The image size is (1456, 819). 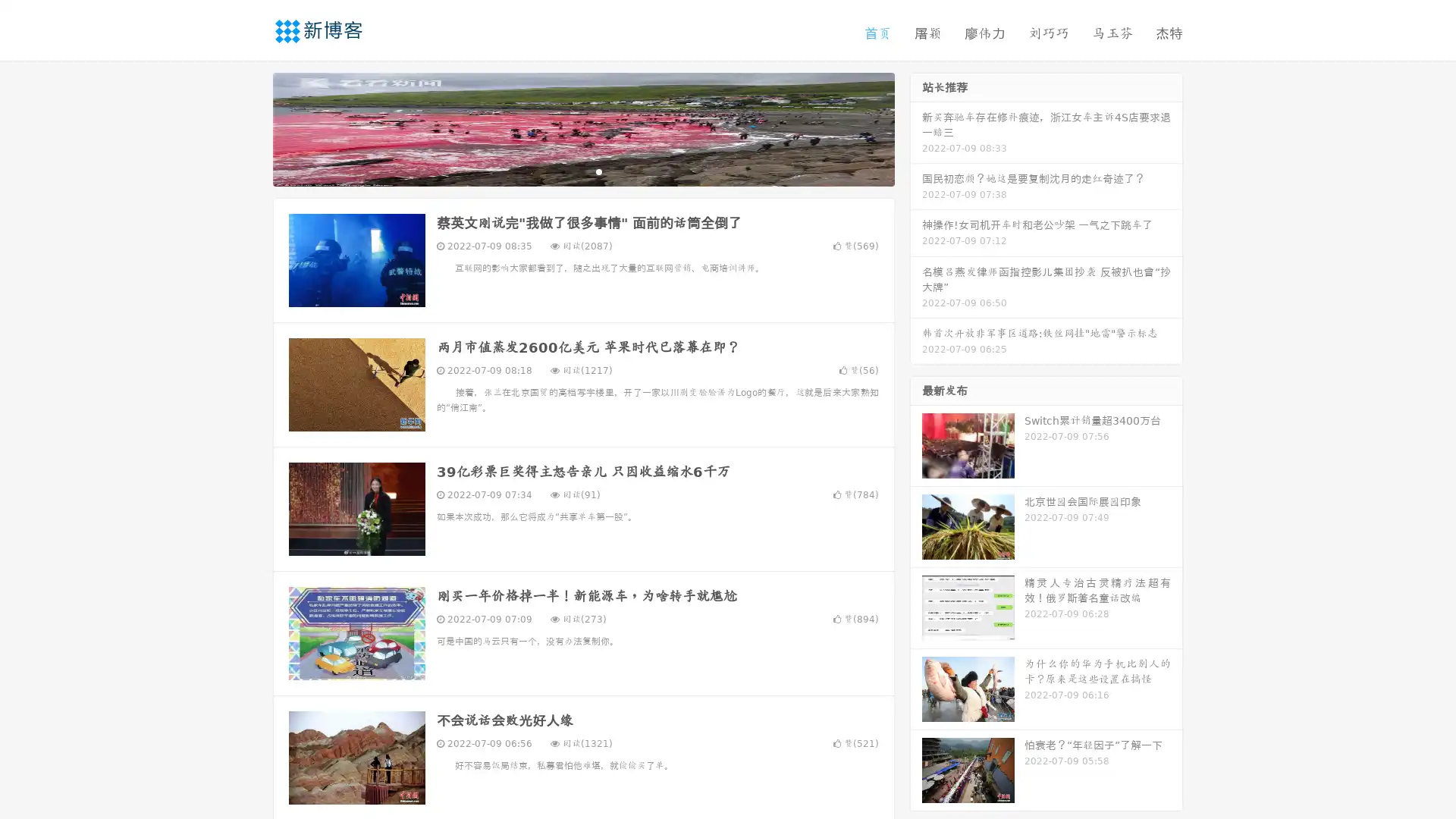 What do you see at coordinates (567, 171) in the screenshot?
I see `Go to slide 1` at bounding box center [567, 171].